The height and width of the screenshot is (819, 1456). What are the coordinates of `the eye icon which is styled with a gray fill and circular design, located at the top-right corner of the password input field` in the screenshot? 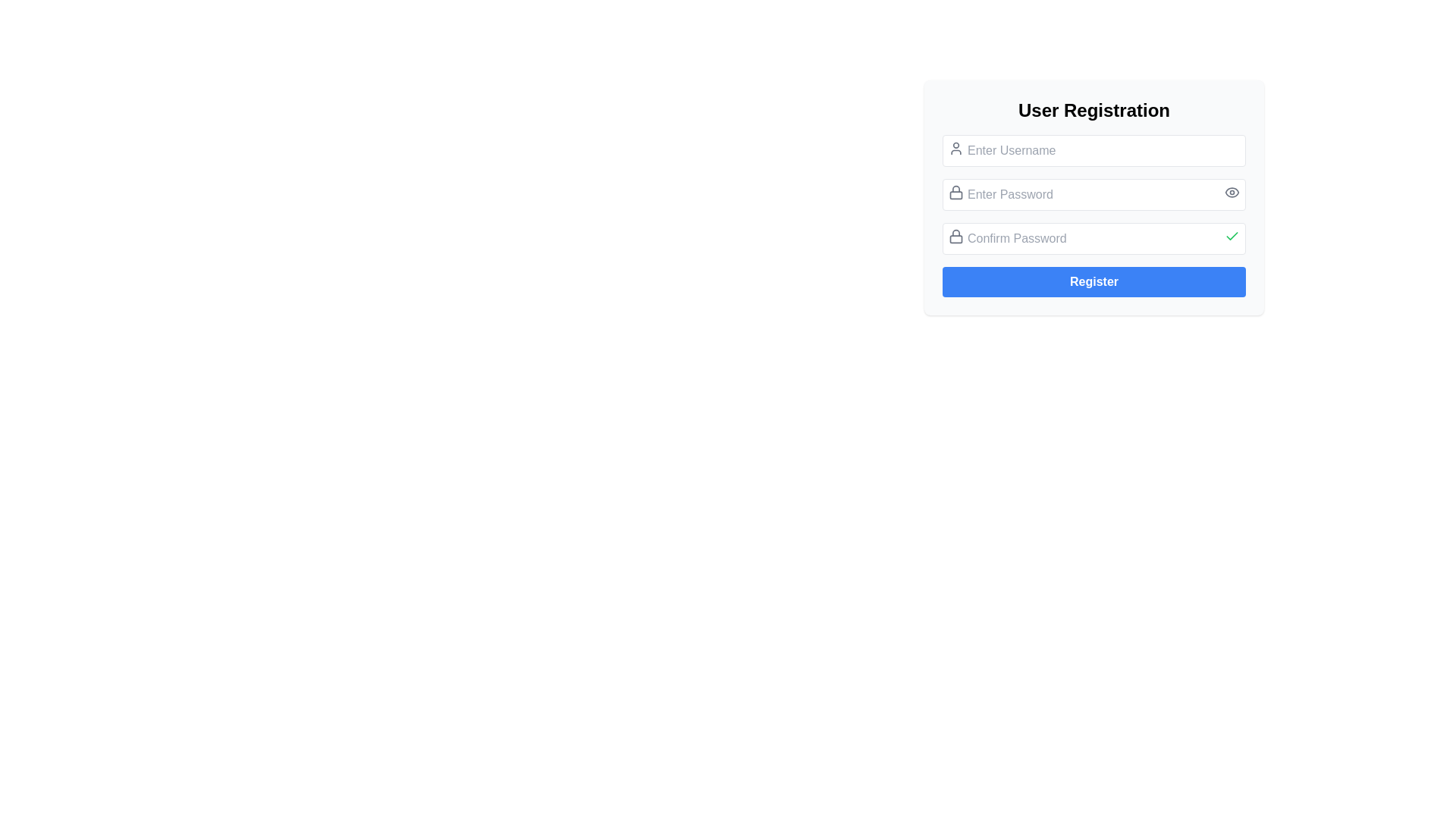 It's located at (1232, 192).